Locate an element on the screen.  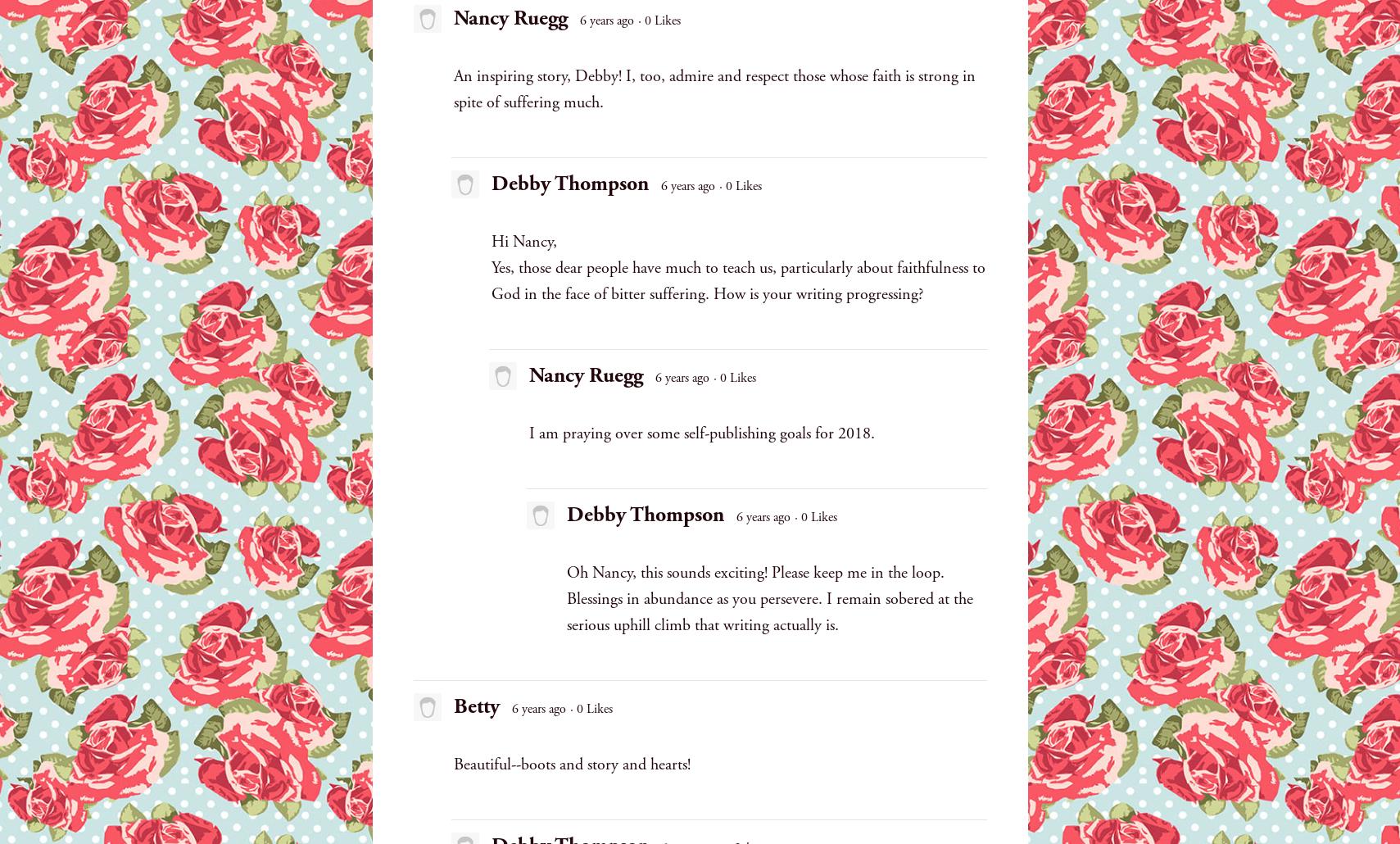
'Hi Nancy,' is located at coordinates (522, 240).